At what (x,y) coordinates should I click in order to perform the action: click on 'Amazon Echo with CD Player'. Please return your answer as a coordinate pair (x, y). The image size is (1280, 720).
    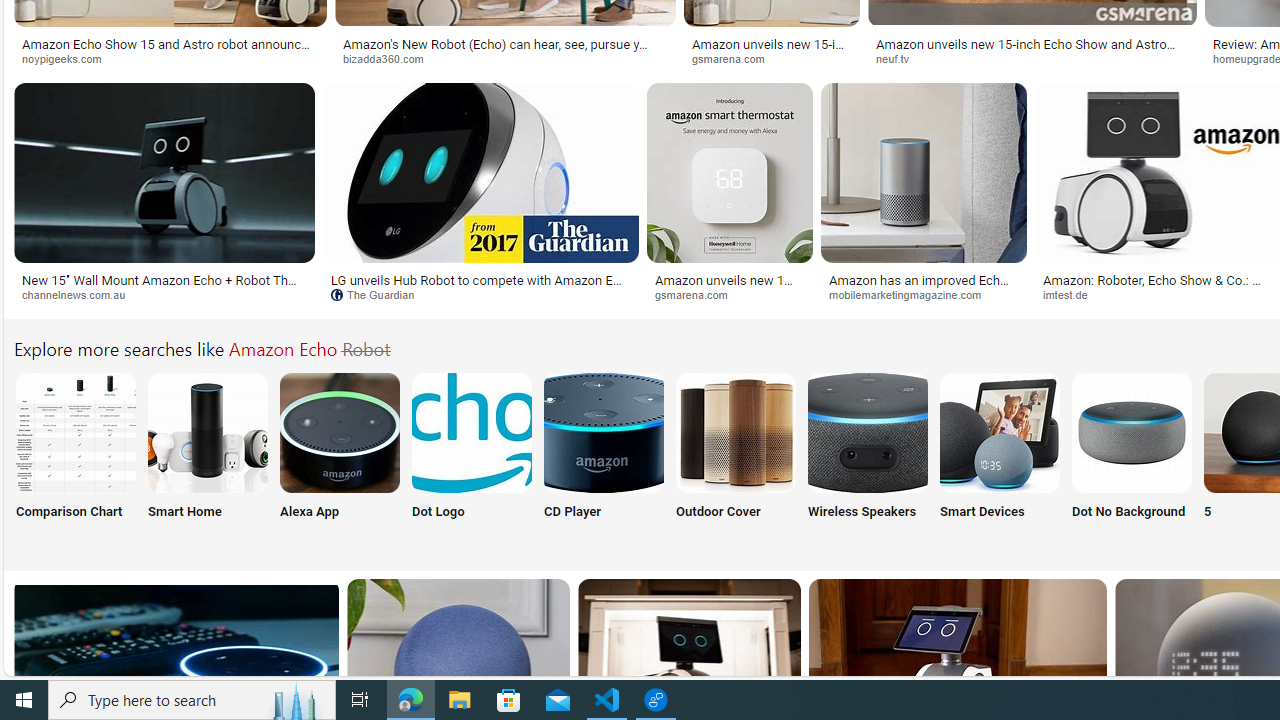
    Looking at the image, I should click on (603, 431).